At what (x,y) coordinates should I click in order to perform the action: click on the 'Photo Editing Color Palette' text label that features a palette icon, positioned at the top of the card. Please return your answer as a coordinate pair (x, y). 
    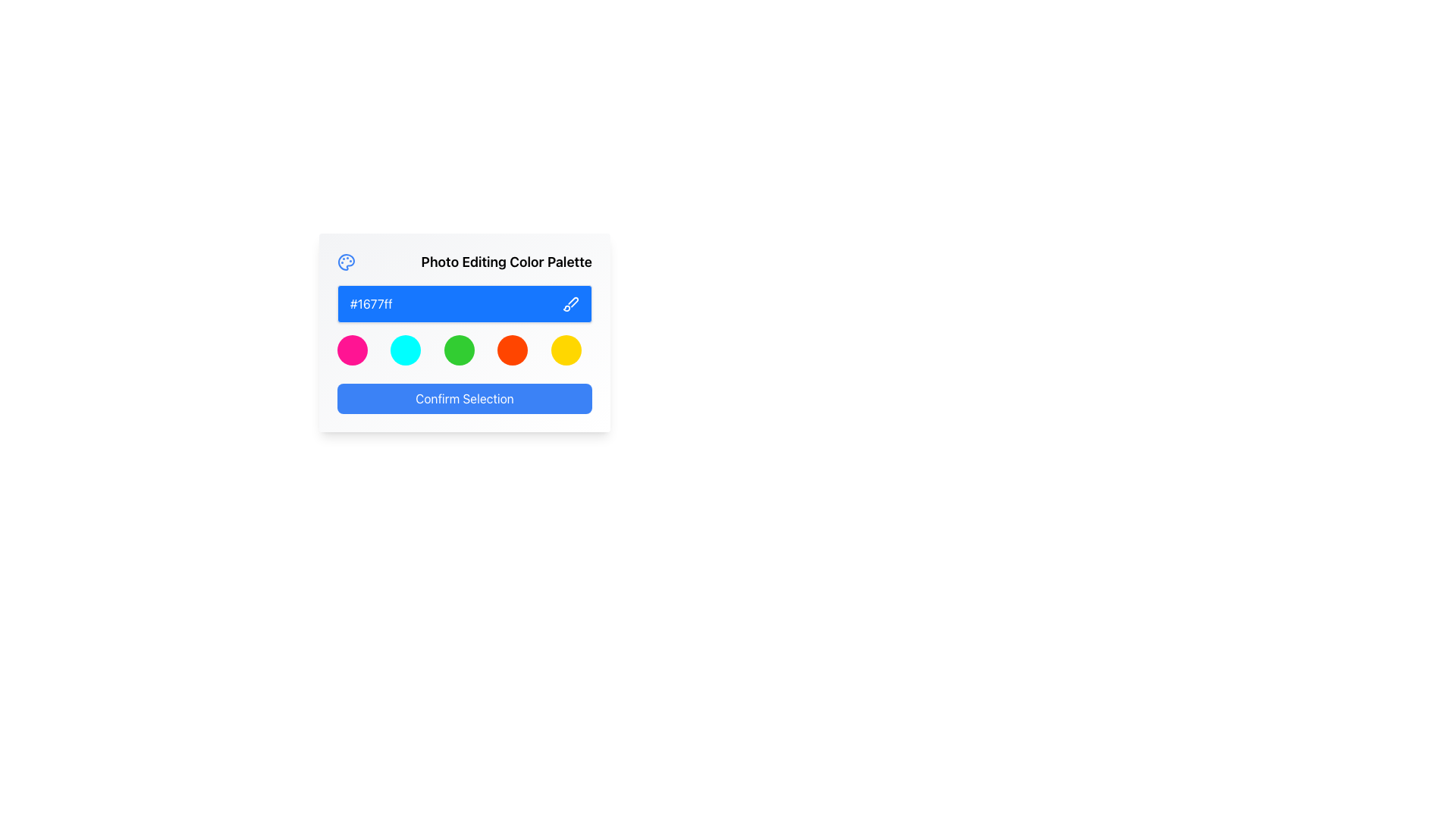
    Looking at the image, I should click on (464, 262).